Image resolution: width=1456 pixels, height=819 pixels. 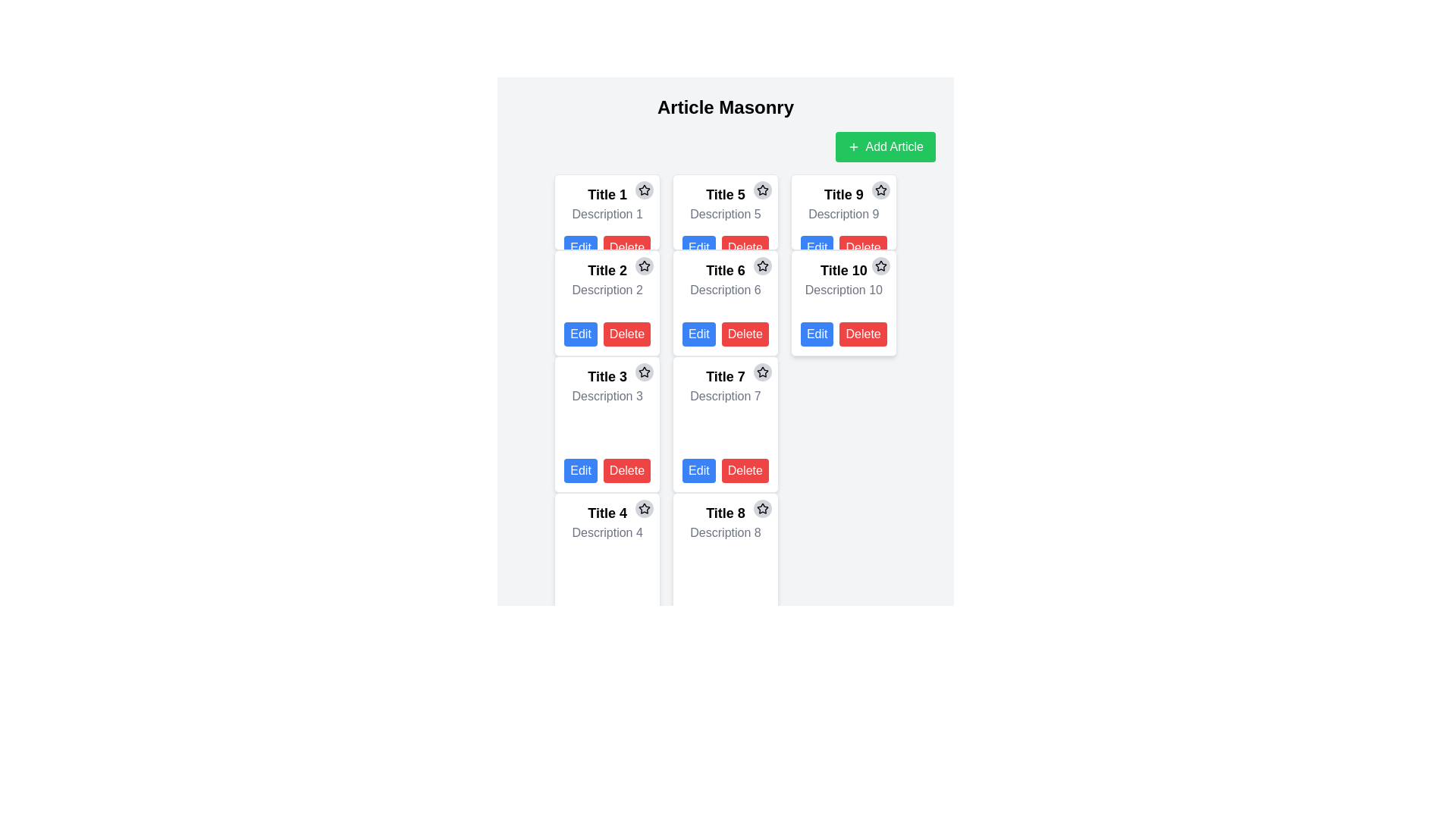 I want to click on the 'Edit' button, which is a rounded rectangular button with a solid blue background and white text, located at the bottom of the 'Title 2' card, so click(x=580, y=333).